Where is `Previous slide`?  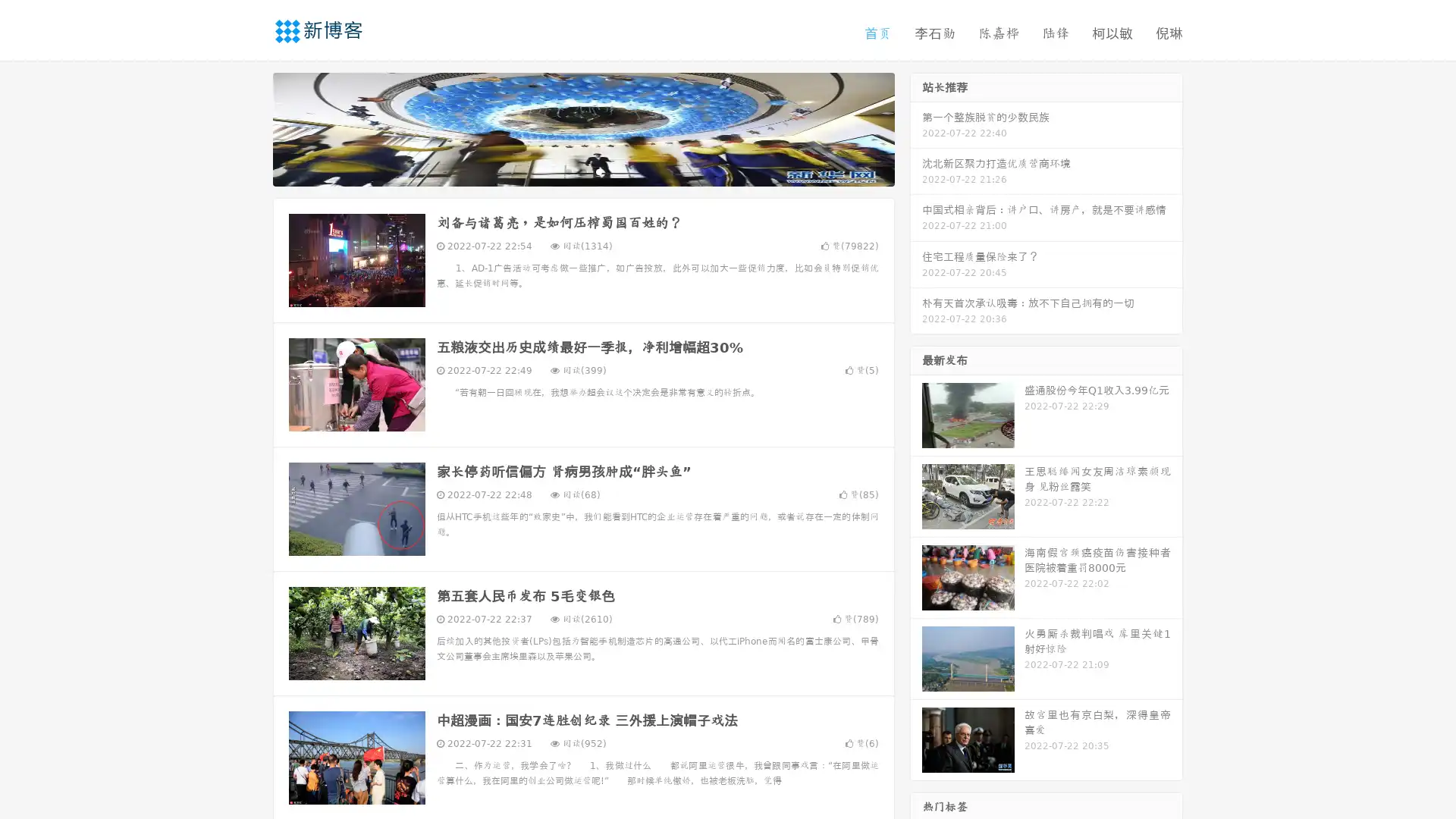
Previous slide is located at coordinates (250, 127).